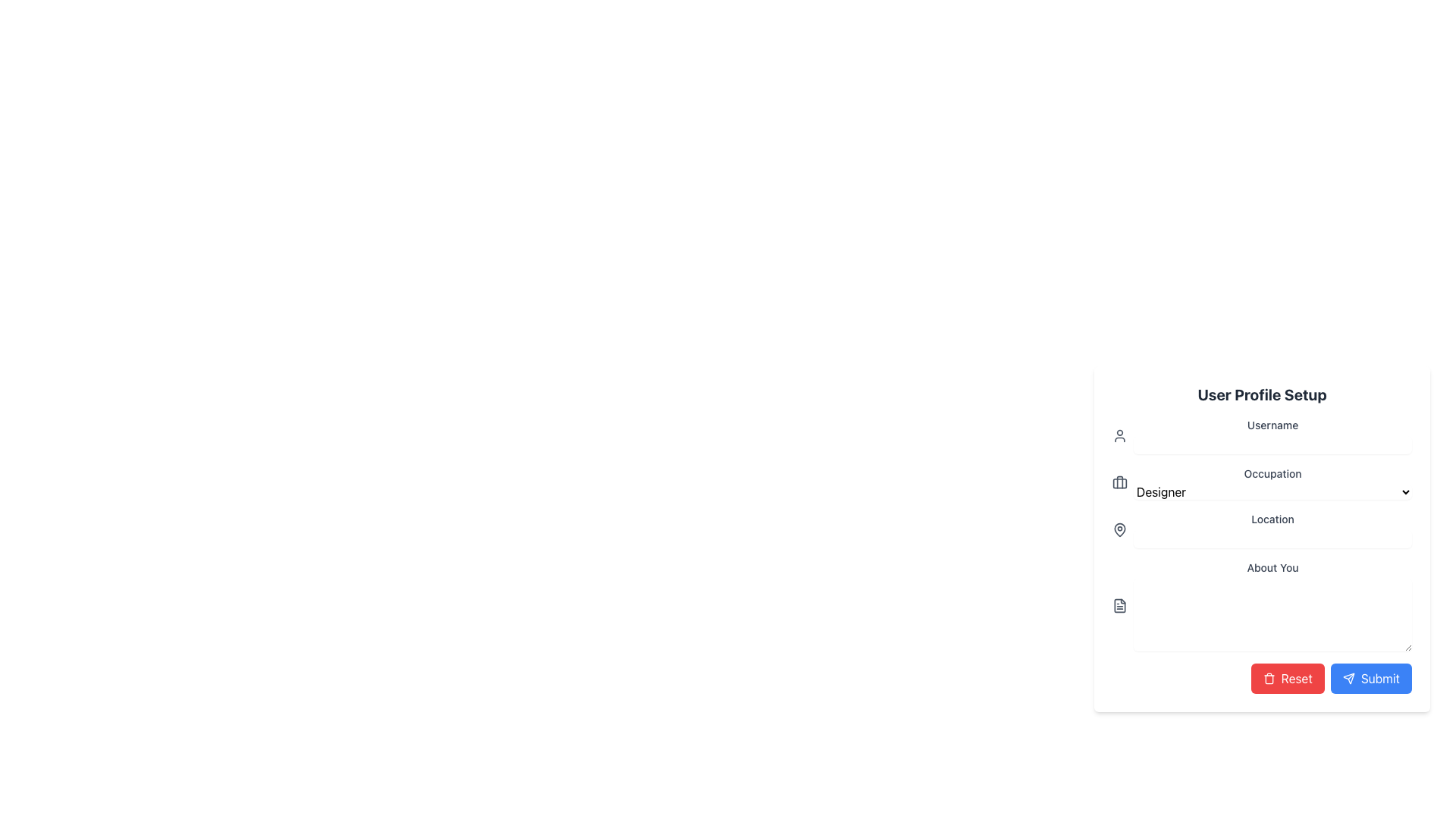  What do you see at coordinates (1295, 677) in the screenshot?
I see `the reset button located to the left of the blue 'Submit' button with a paper airplane icon` at bounding box center [1295, 677].